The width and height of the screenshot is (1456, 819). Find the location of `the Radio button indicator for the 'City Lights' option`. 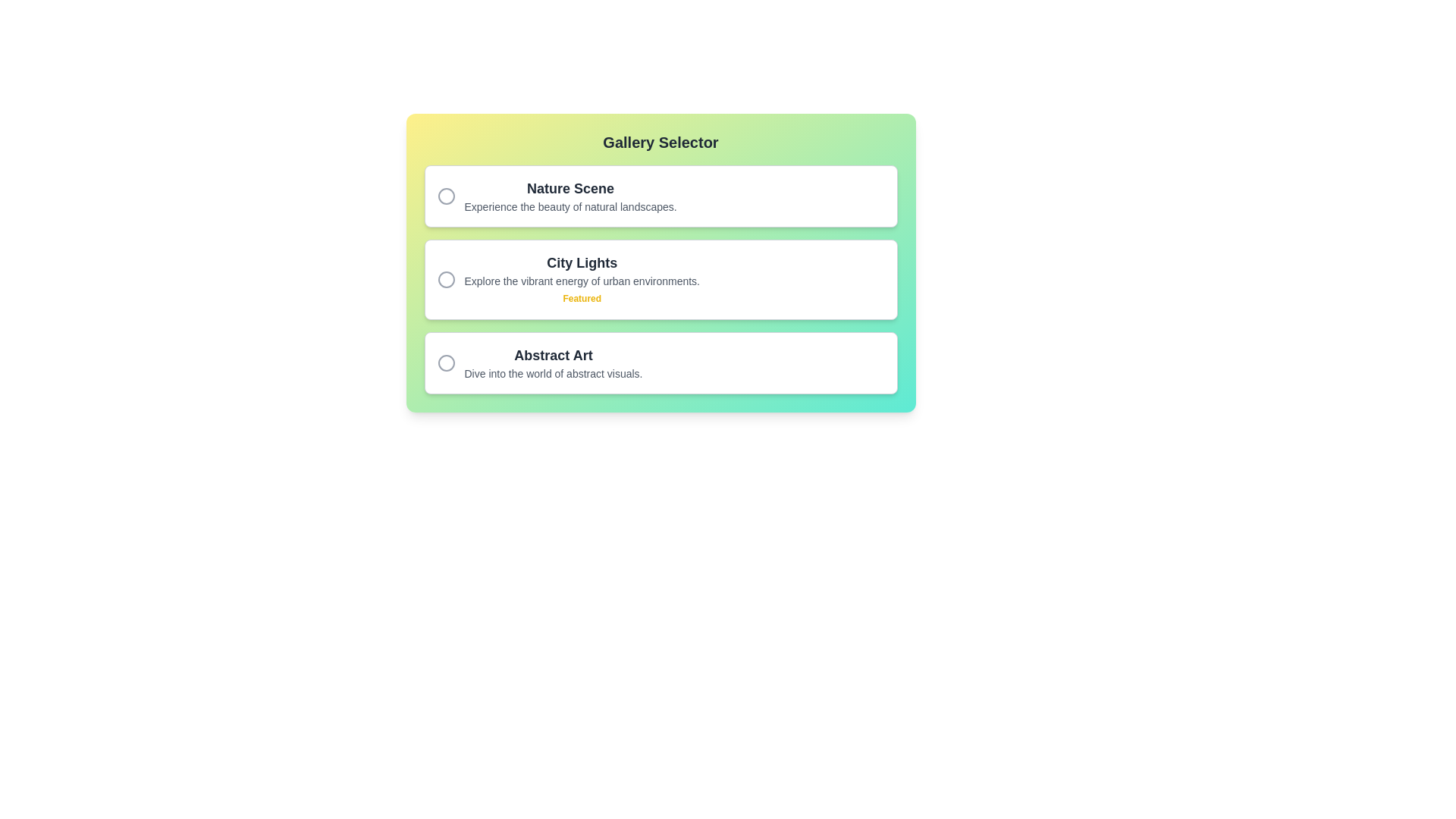

the Radio button indicator for the 'City Lights' option is located at coordinates (445, 280).